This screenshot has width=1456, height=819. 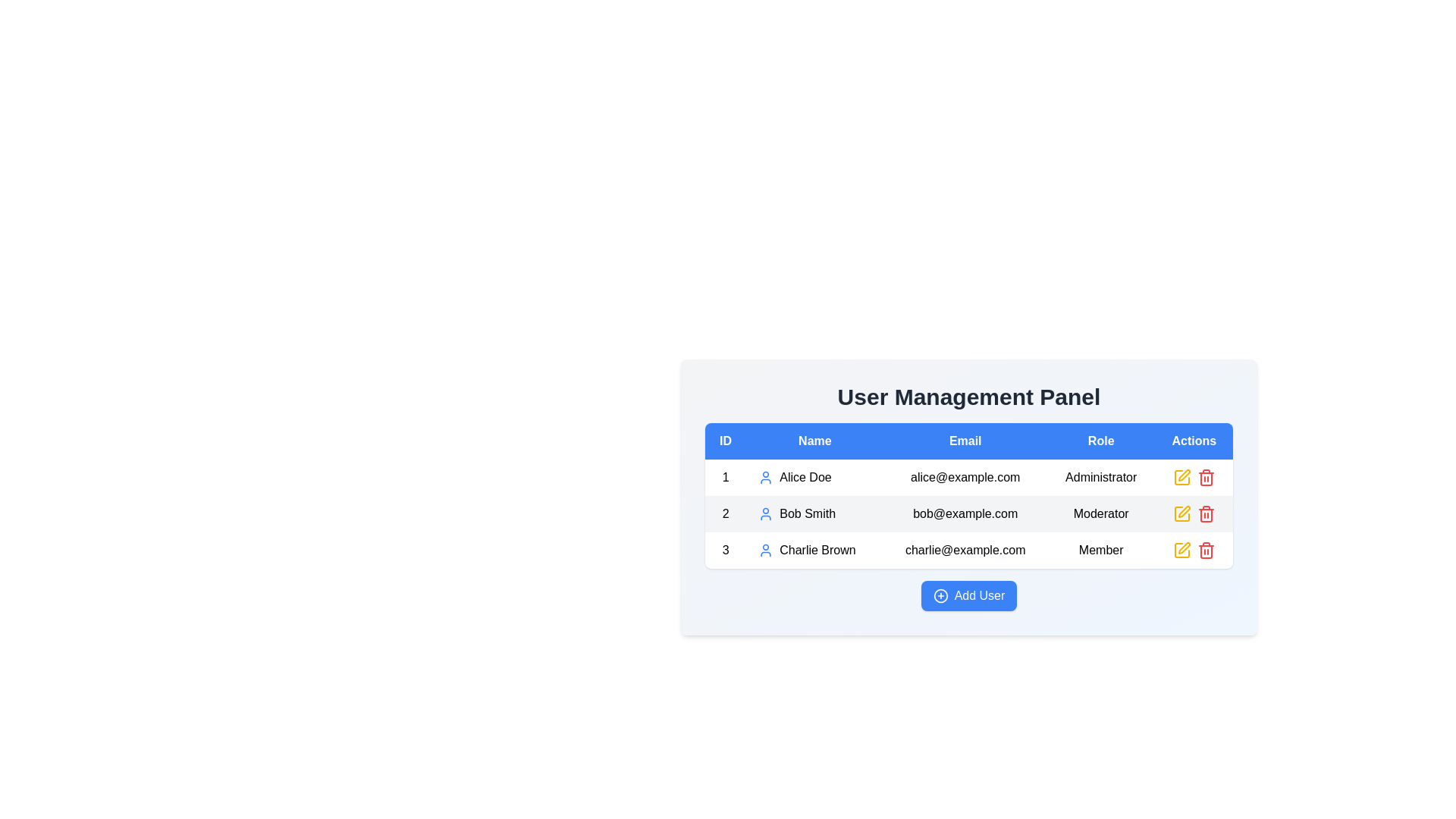 What do you see at coordinates (1181, 513) in the screenshot?
I see `keyboard navigation` at bounding box center [1181, 513].